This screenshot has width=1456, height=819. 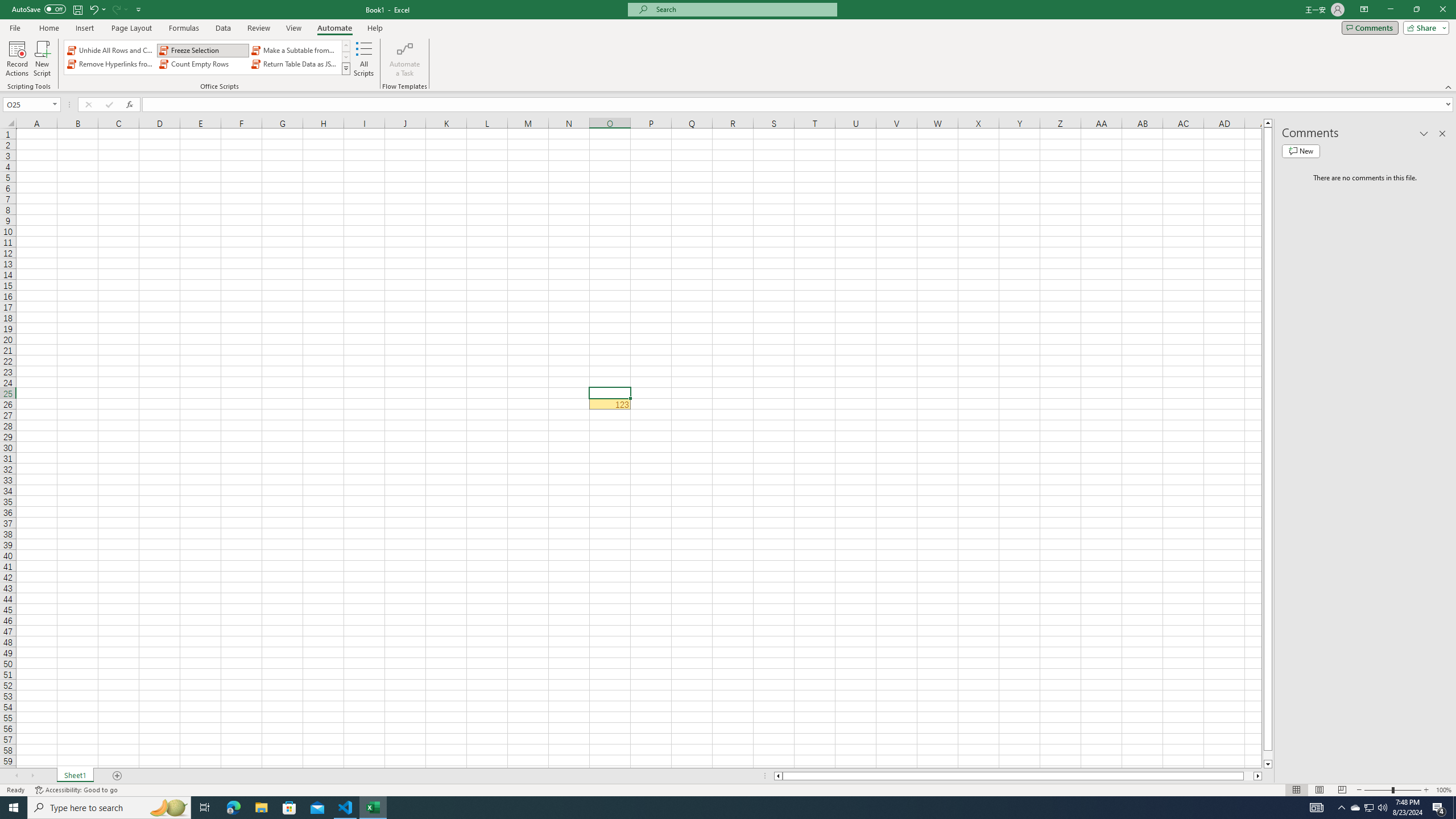 I want to click on 'New Script', so click(x=42, y=59).